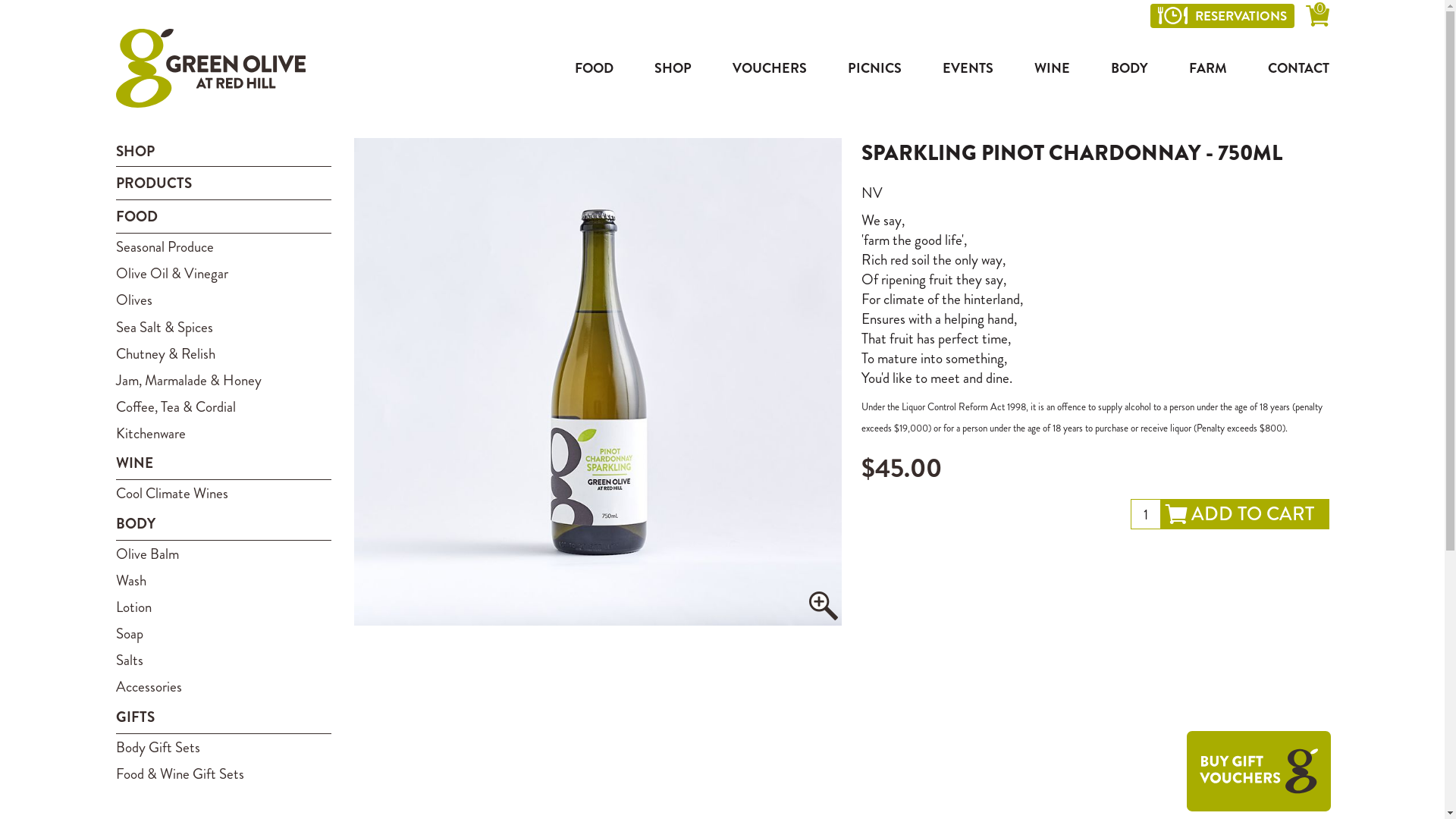 This screenshot has height=819, width=1456. Describe the element at coordinates (966, 67) in the screenshot. I see `'EVENTS'` at that location.